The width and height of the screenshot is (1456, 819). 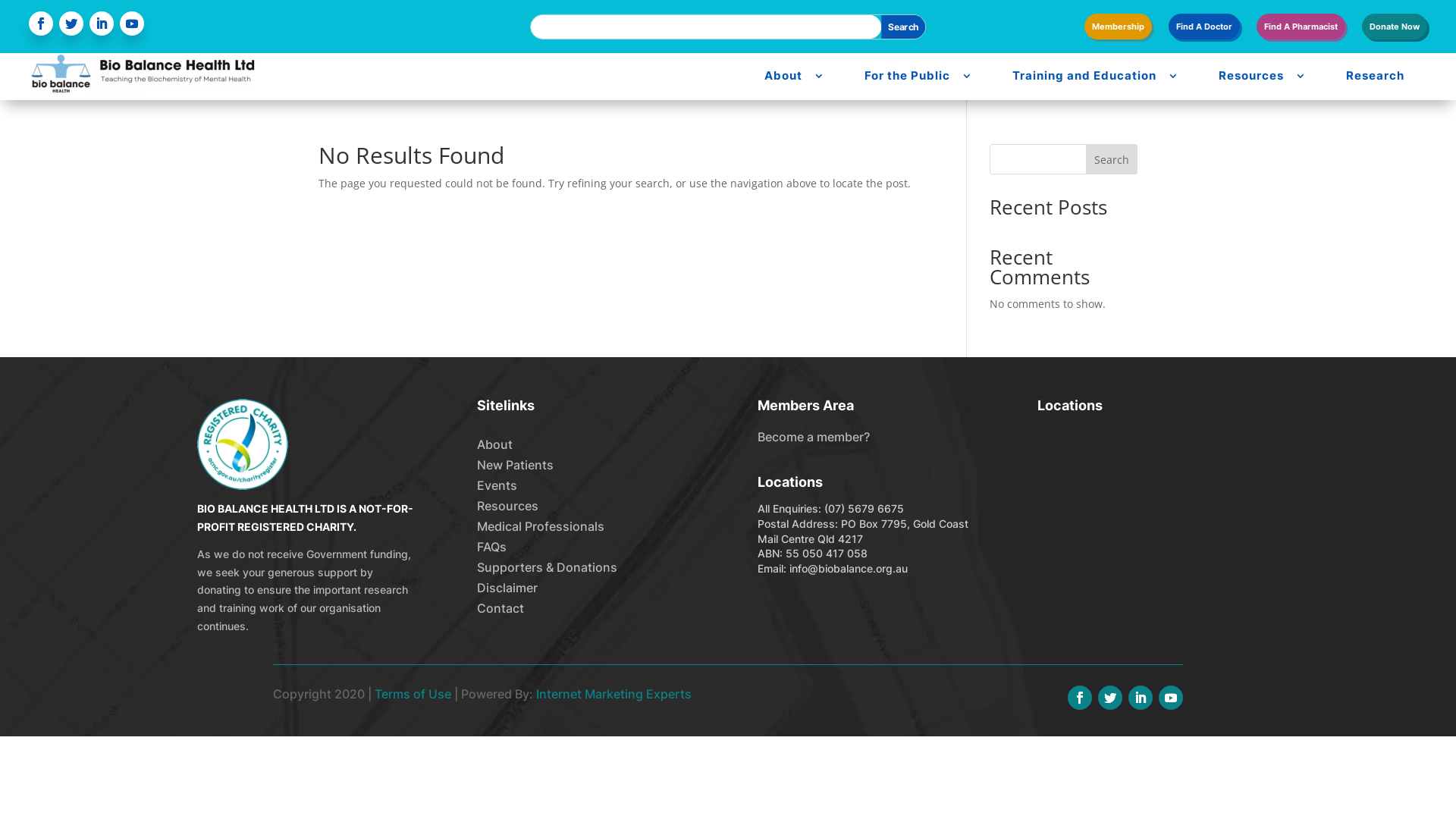 I want to click on 'Terms of Use', so click(x=413, y=693).